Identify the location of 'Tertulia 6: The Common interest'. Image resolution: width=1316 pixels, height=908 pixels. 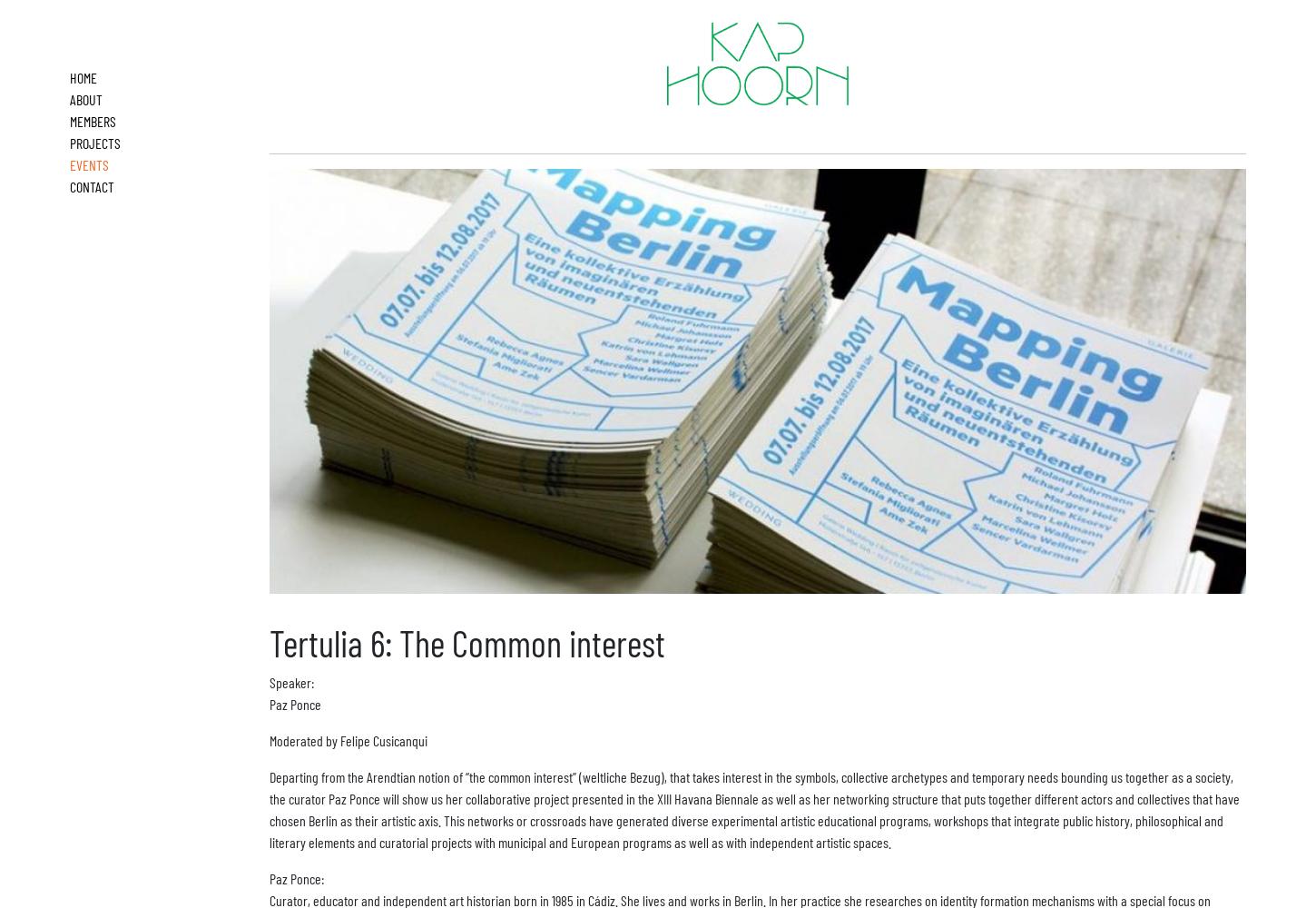
(269, 641).